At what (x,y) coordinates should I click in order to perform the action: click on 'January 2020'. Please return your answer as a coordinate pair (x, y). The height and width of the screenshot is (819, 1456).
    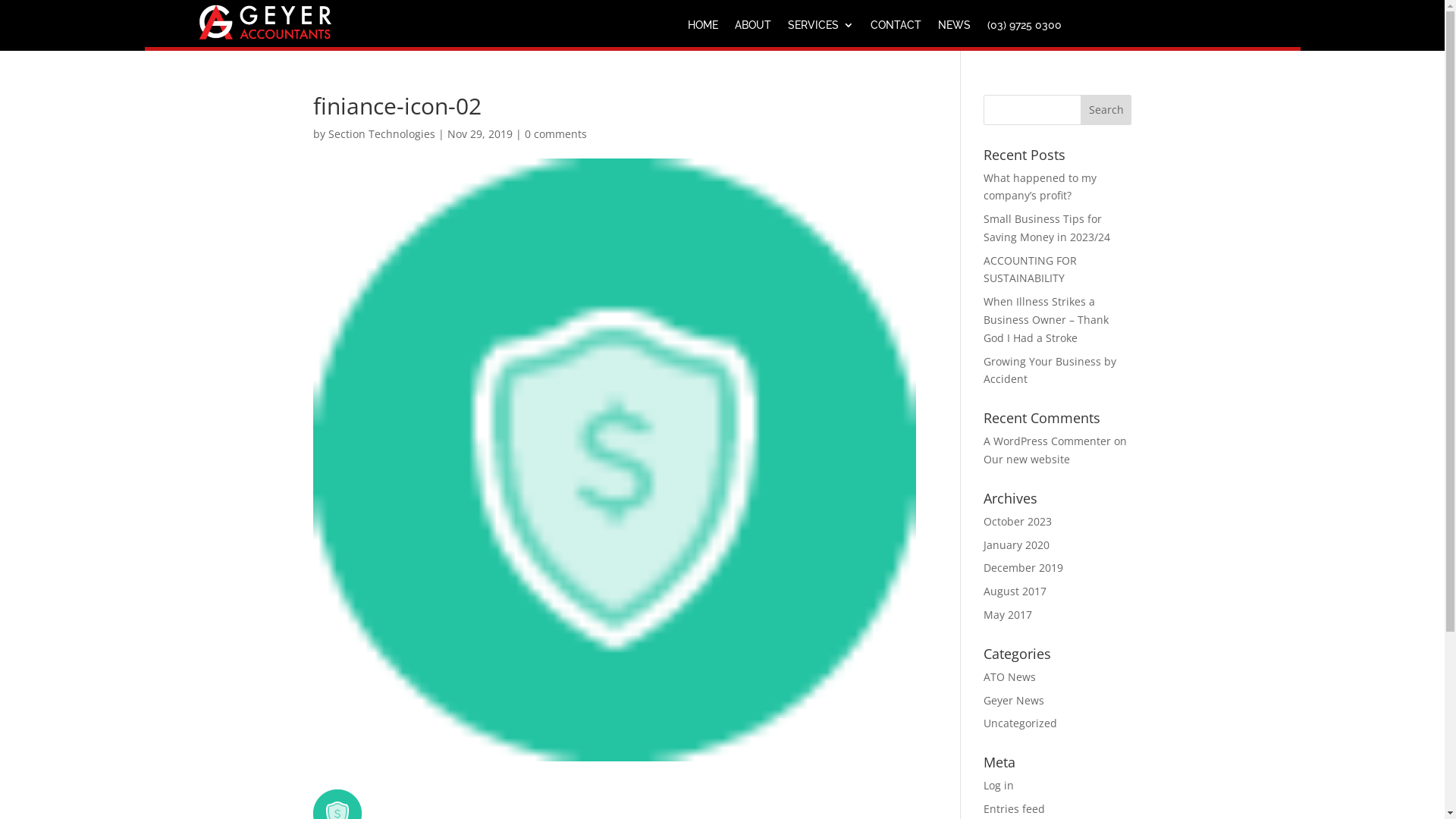
    Looking at the image, I should click on (1016, 544).